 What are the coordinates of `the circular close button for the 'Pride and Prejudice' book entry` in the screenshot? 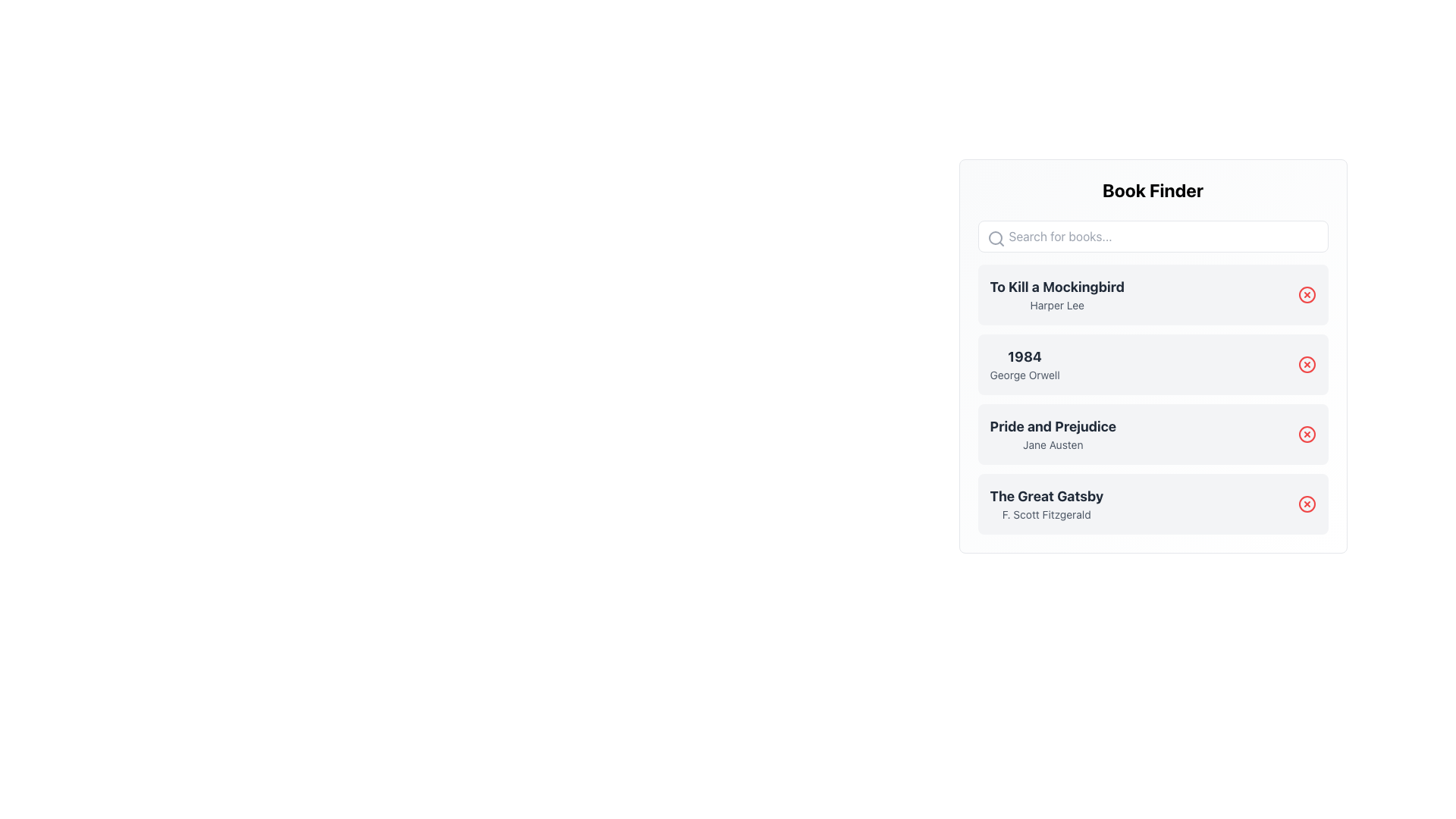 It's located at (1306, 435).